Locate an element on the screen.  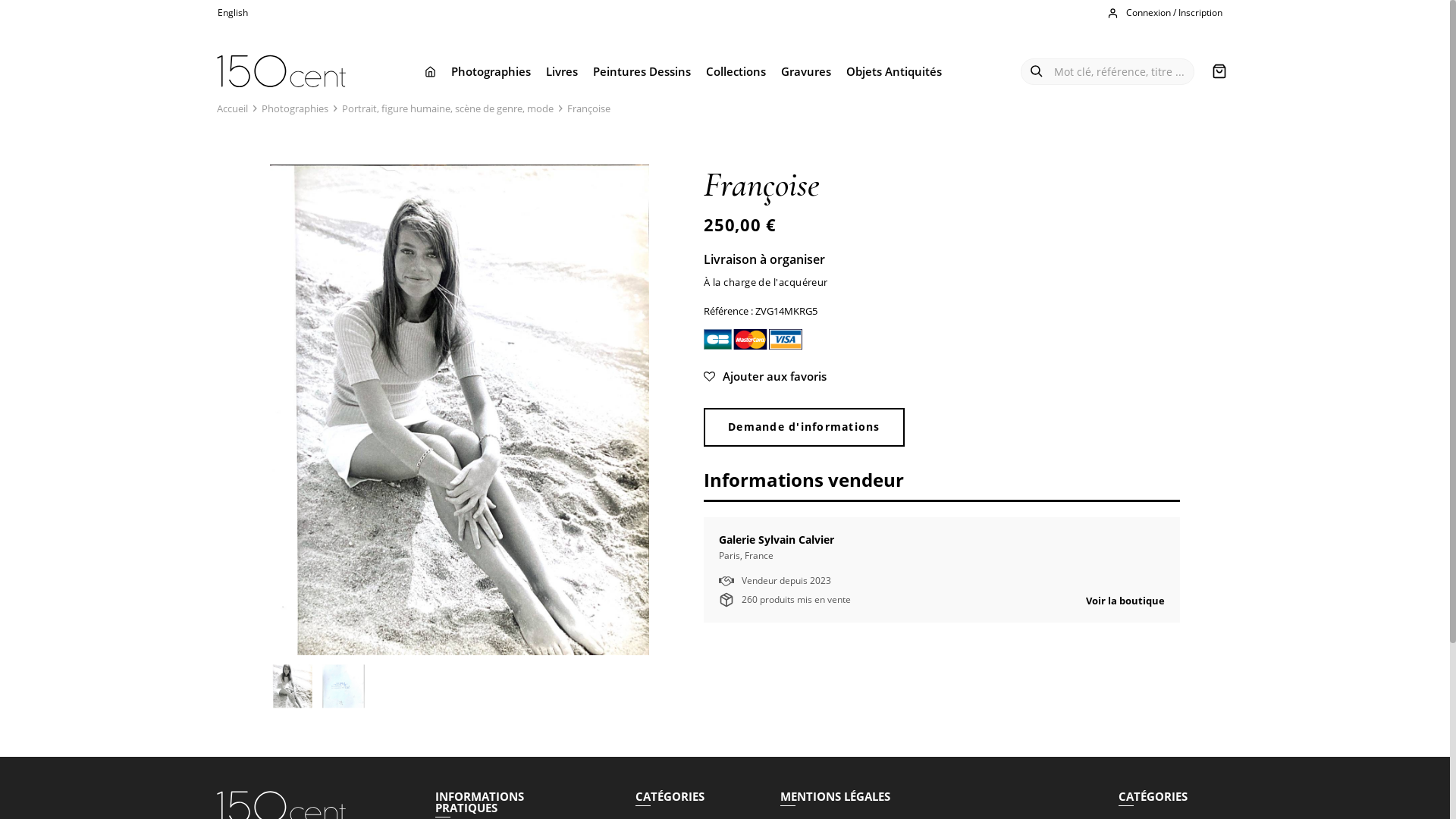
'Livres' is located at coordinates (538, 71).